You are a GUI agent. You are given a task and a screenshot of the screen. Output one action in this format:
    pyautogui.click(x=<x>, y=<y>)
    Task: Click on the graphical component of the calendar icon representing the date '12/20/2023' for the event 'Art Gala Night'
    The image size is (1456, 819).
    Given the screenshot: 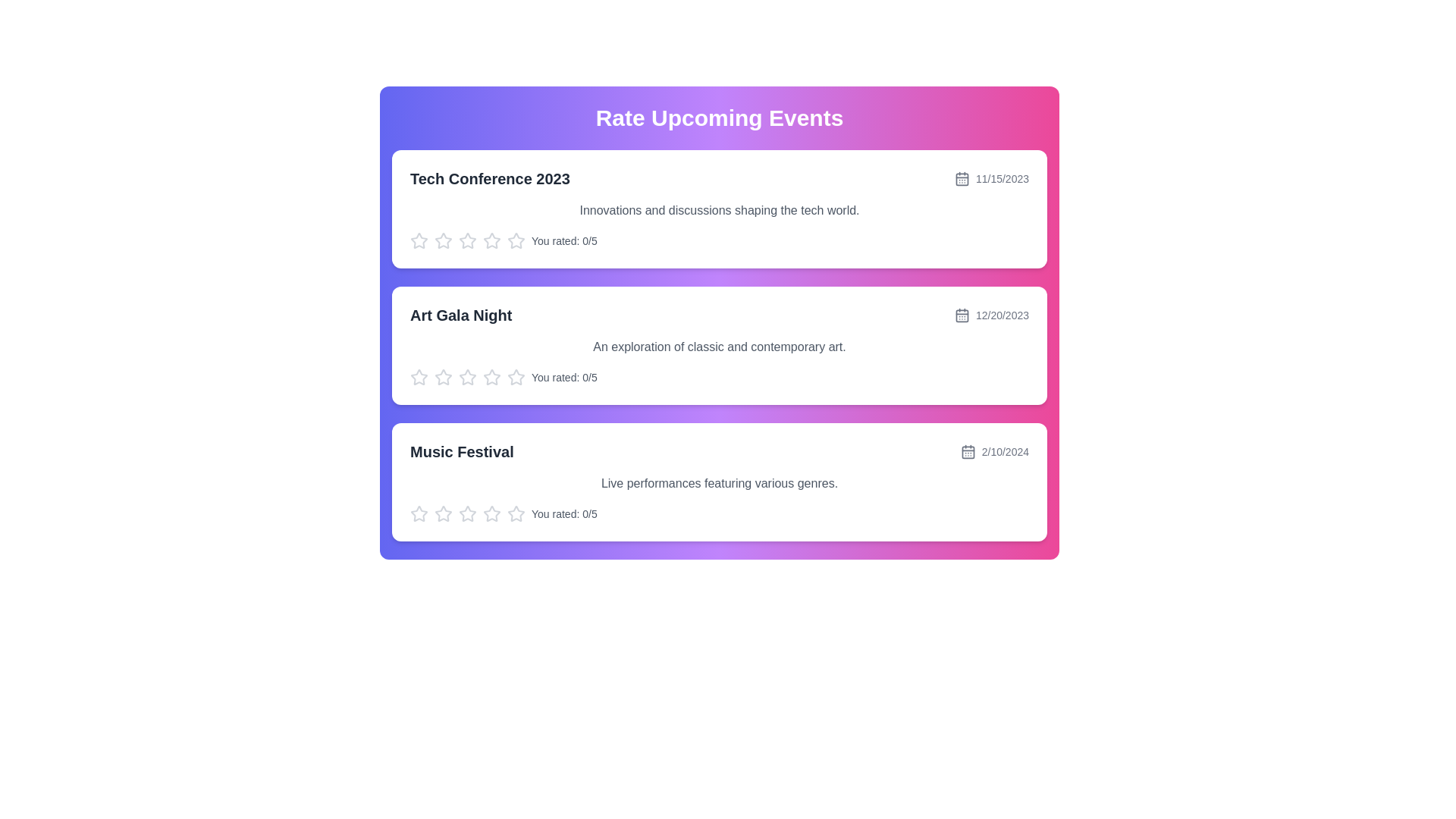 What is the action you would take?
    pyautogui.click(x=961, y=315)
    